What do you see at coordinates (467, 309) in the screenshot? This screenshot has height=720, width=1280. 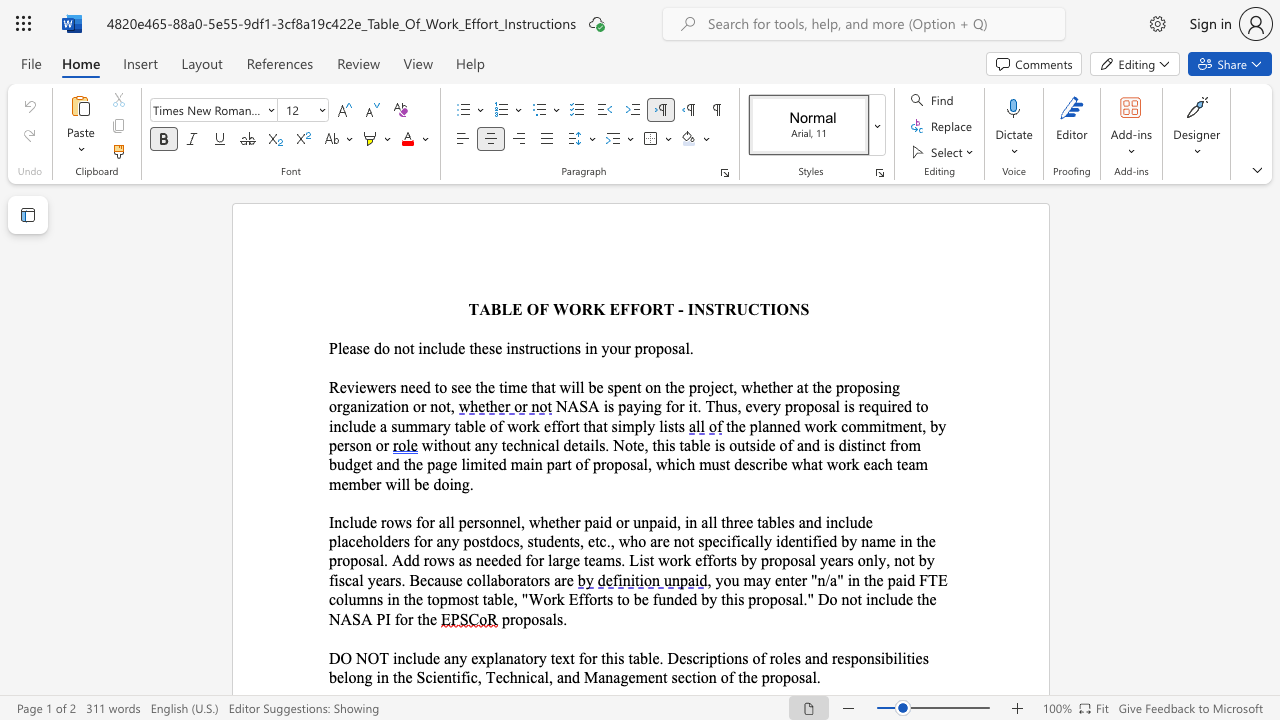 I see `the subset text "TABLE OF WORK E" within the text "TABLE OF WORK EFFORT - INSTRUCTIONS"` at bounding box center [467, 309].